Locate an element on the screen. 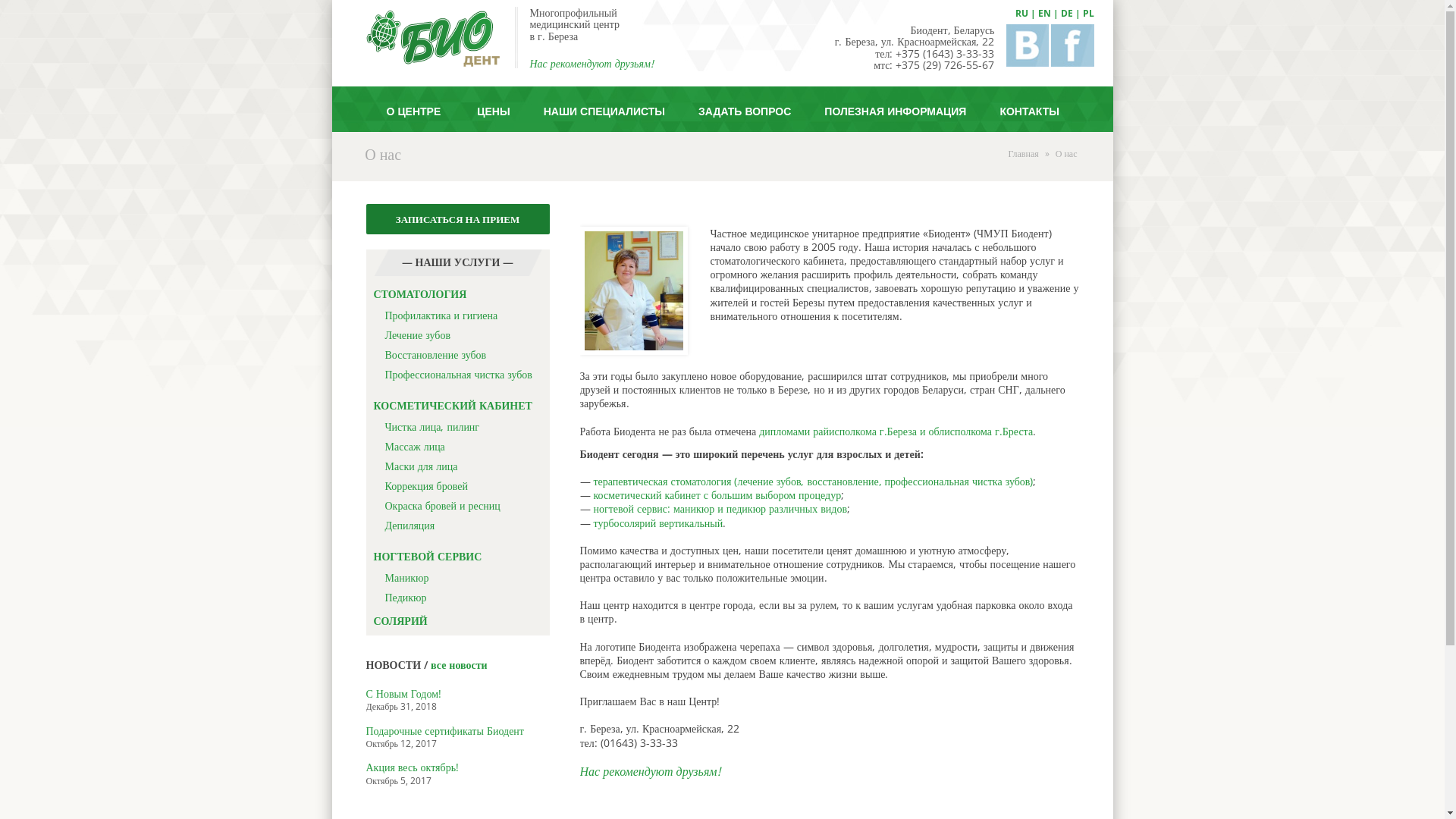 The height and width of the screenshot is (819, 1456). 'PL' is located at coordinates (1087, 13).